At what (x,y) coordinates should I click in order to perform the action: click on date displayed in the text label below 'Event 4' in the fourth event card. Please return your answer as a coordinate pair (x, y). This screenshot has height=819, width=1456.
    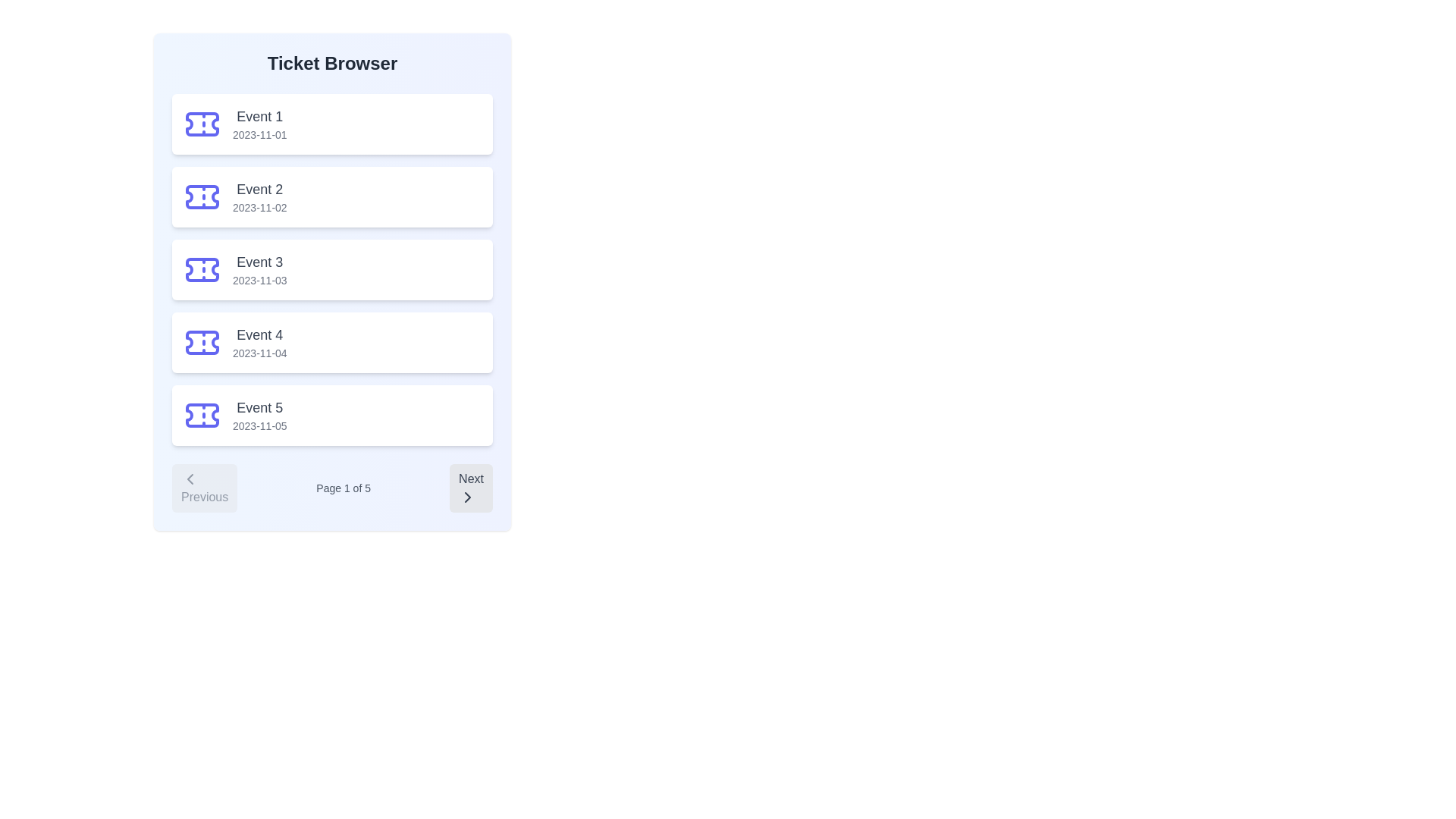
    Looking at the image, I should click on (259, 353).